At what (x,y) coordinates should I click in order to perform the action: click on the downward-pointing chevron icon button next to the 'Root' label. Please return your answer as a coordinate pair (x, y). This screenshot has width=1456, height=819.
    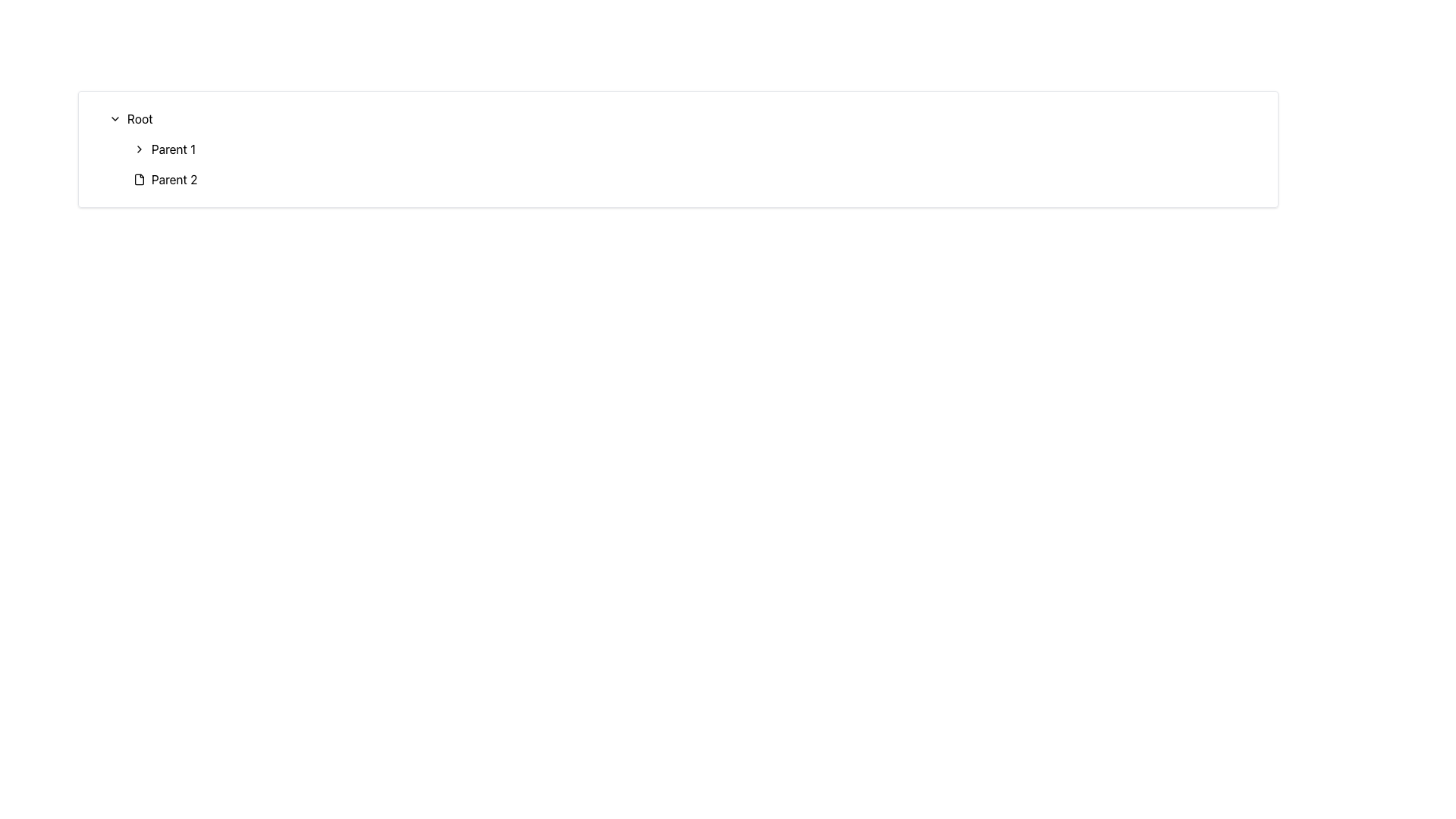
    Looking at the image, I should click on (115, 118).